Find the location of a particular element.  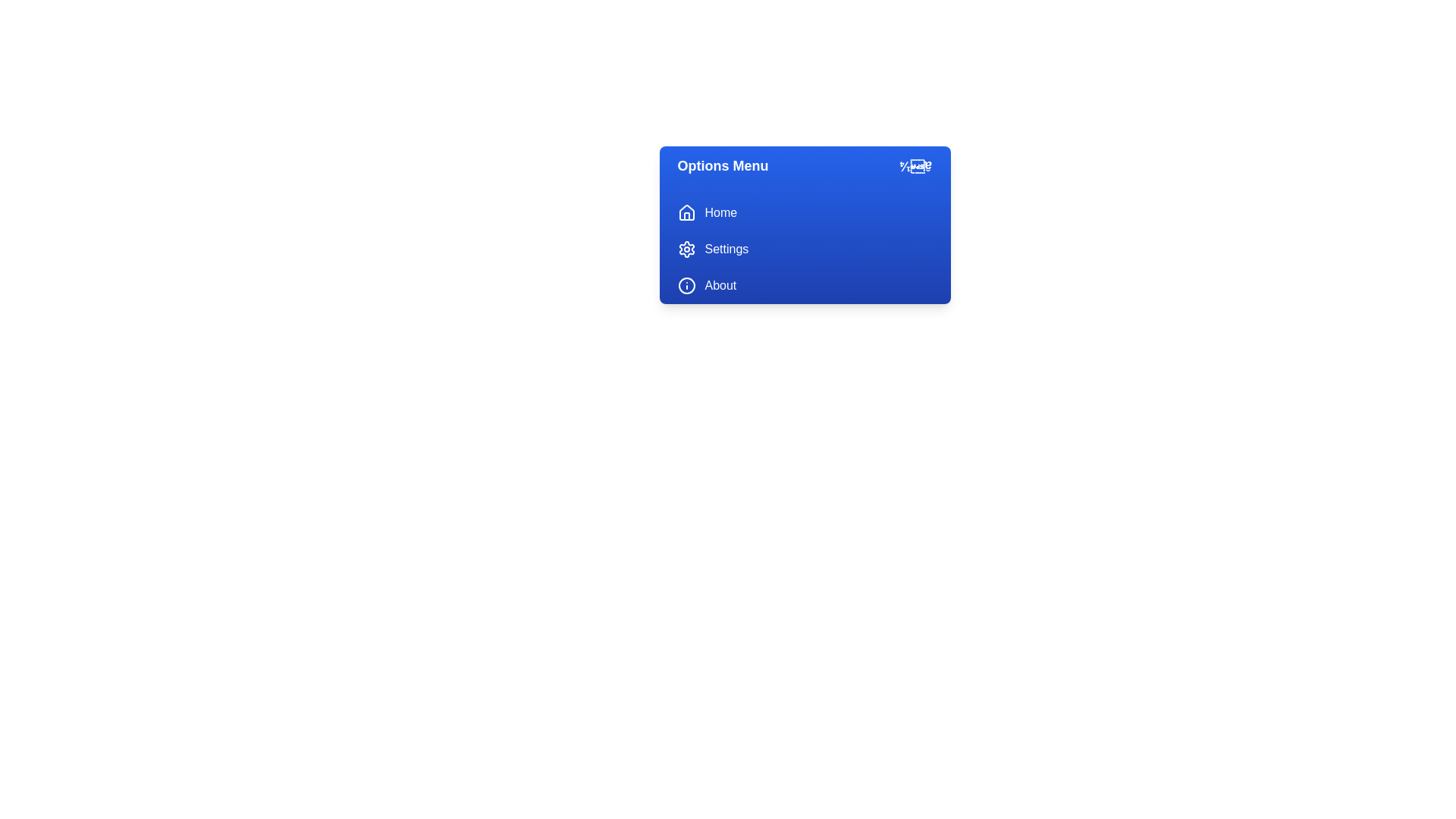

the 'Options Menu' button to toggle the menu state is located at coordinates (804, 166).